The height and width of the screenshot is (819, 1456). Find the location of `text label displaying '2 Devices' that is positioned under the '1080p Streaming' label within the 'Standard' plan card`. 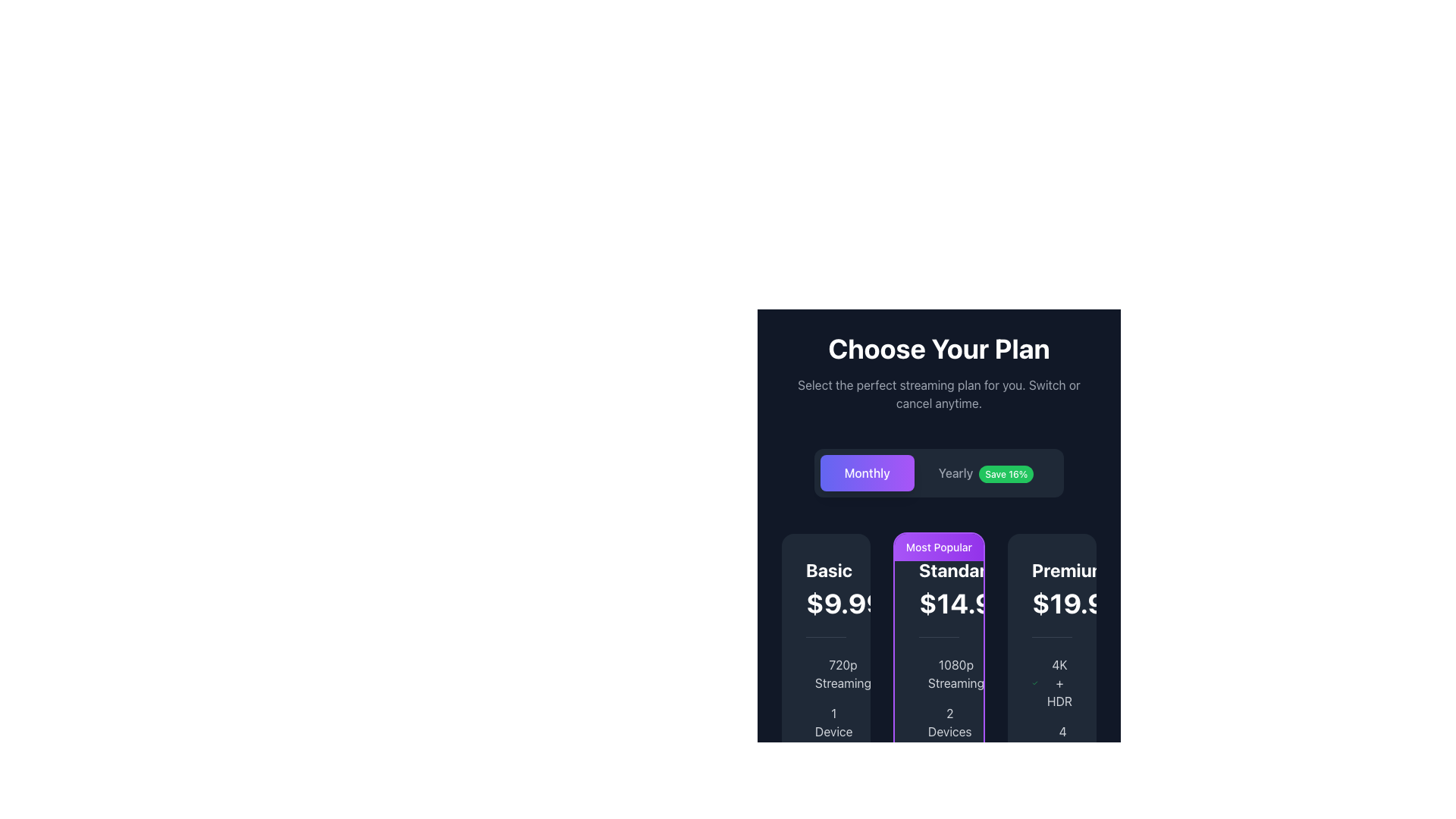

text label displaying '2 Devices' that is positioned under the '1080p Streaming' label within the 'Standard' plan card is located at coordinates (938, 721).